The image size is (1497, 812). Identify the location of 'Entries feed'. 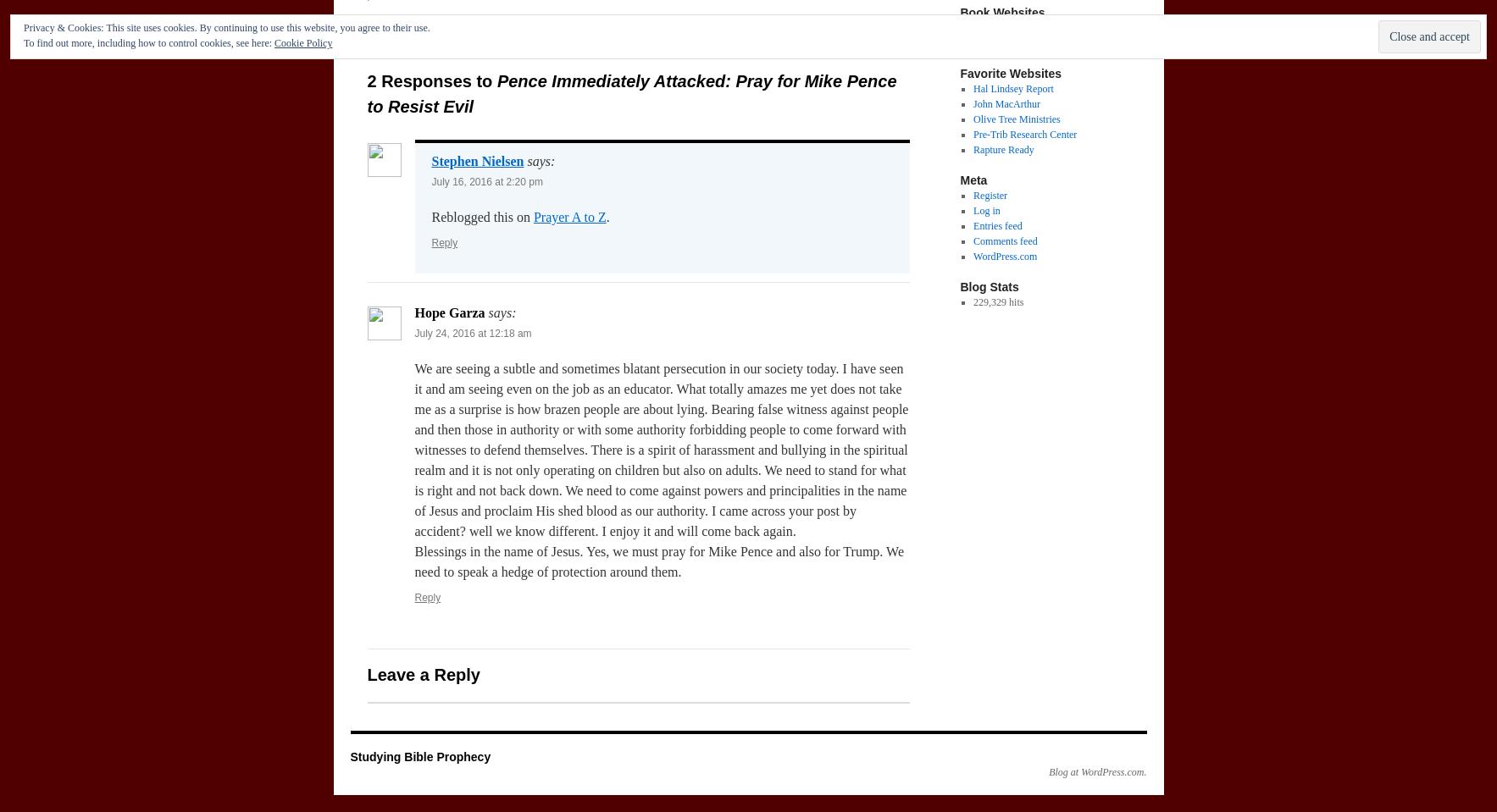
(997, 225).